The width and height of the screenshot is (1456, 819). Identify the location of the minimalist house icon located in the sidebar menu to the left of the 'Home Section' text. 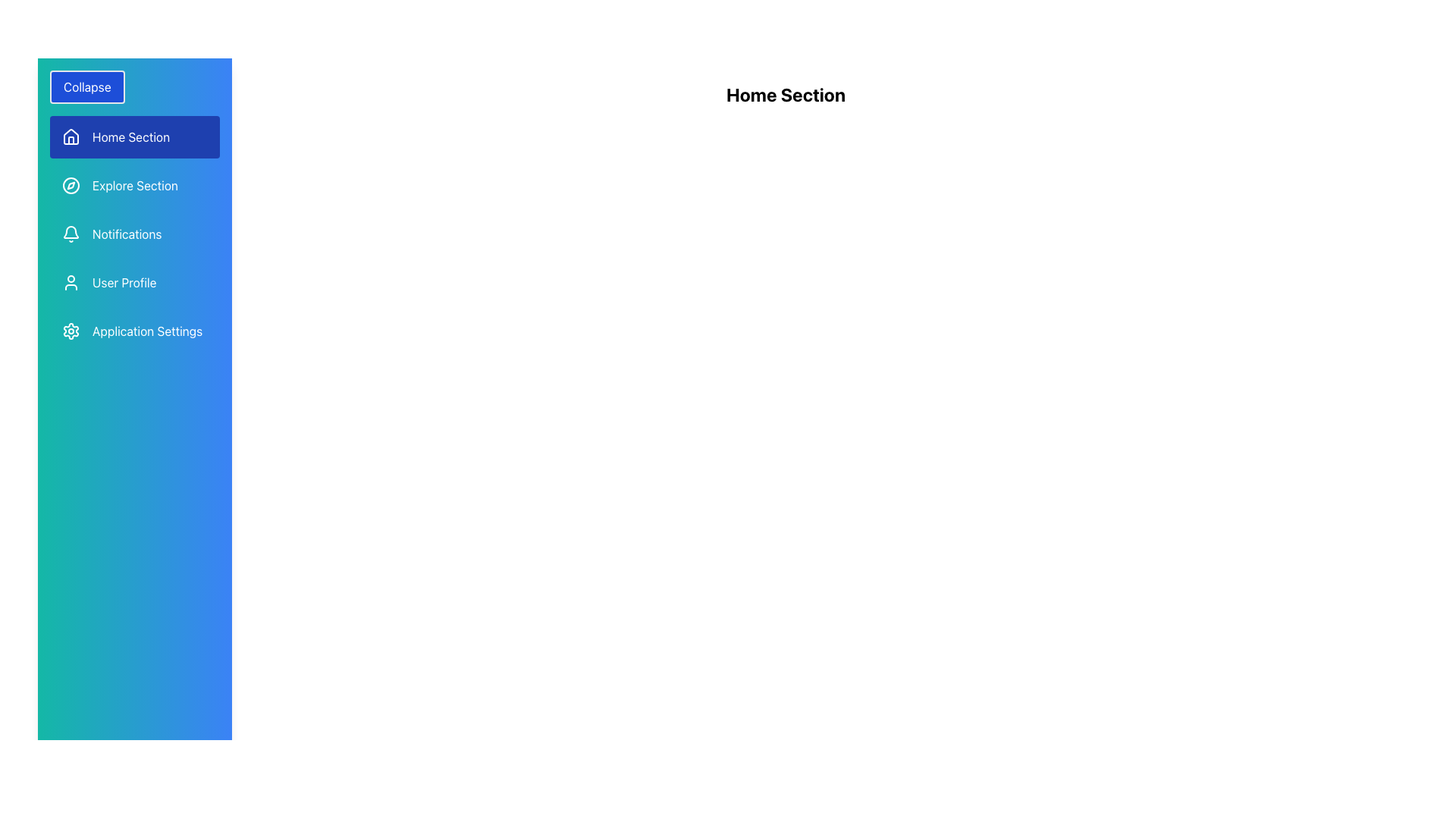
(71, 137).